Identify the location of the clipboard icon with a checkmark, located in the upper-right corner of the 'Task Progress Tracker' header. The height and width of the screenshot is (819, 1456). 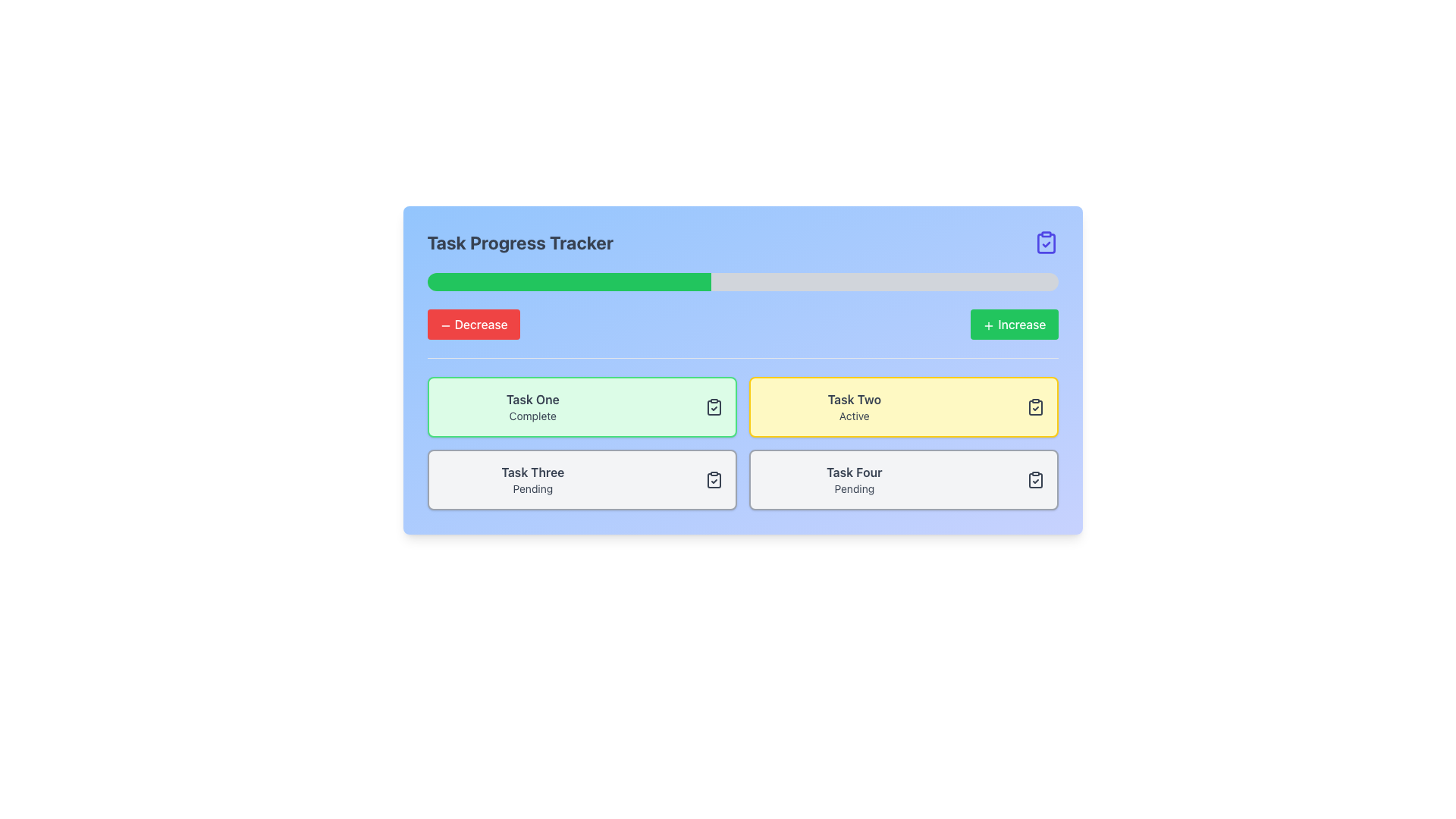
(1045, 242).